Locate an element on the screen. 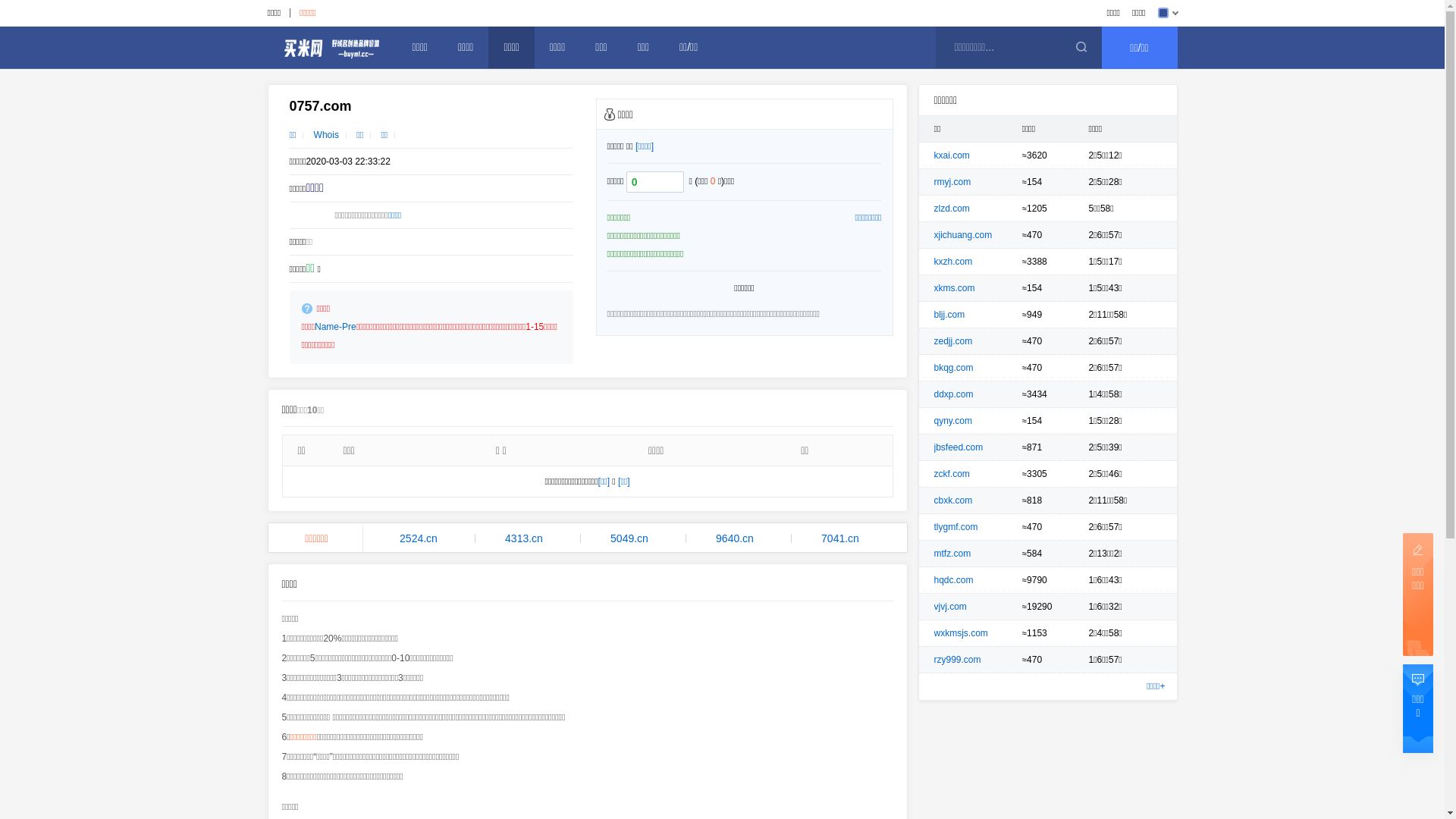 The height and width of the screenshot is (819, 1456). 'mtfz.com' is located at coordinates (952, 553).